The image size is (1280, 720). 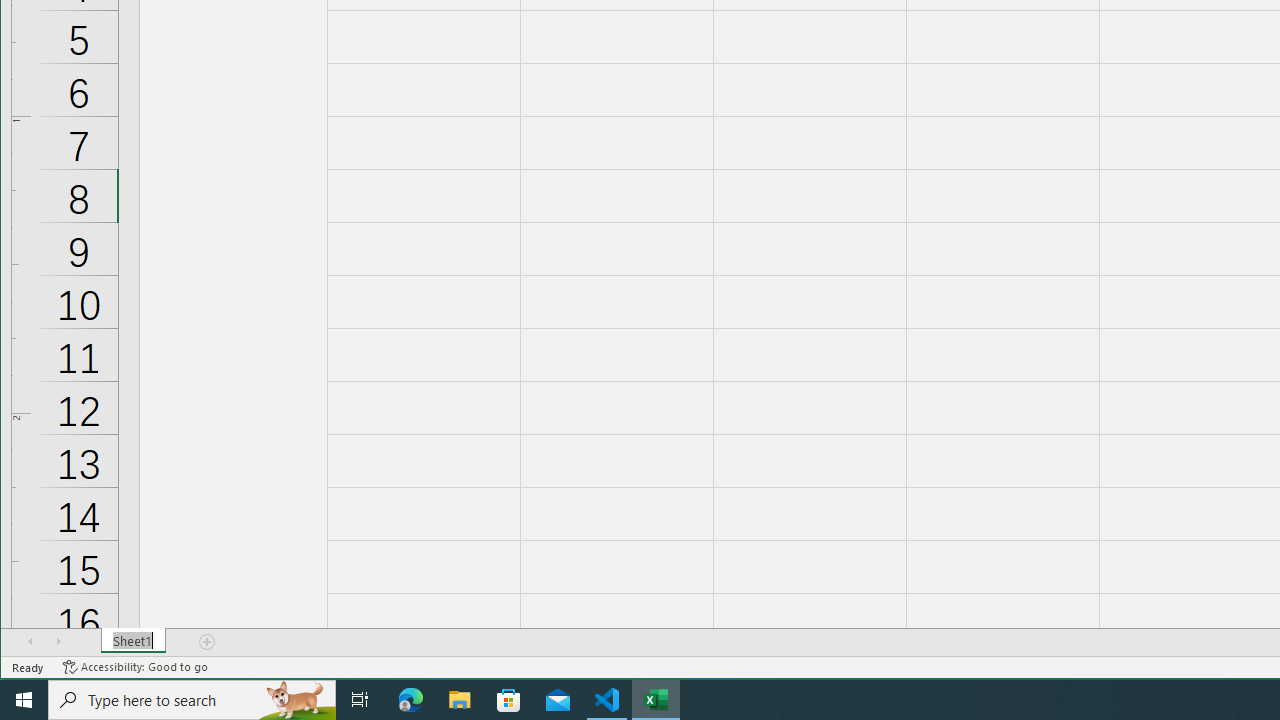 What do you see at coordinates (606, 698) in the screenshot?
I see `'Visual Studio Code - 1 running window'` at bounding box center [606, 698].